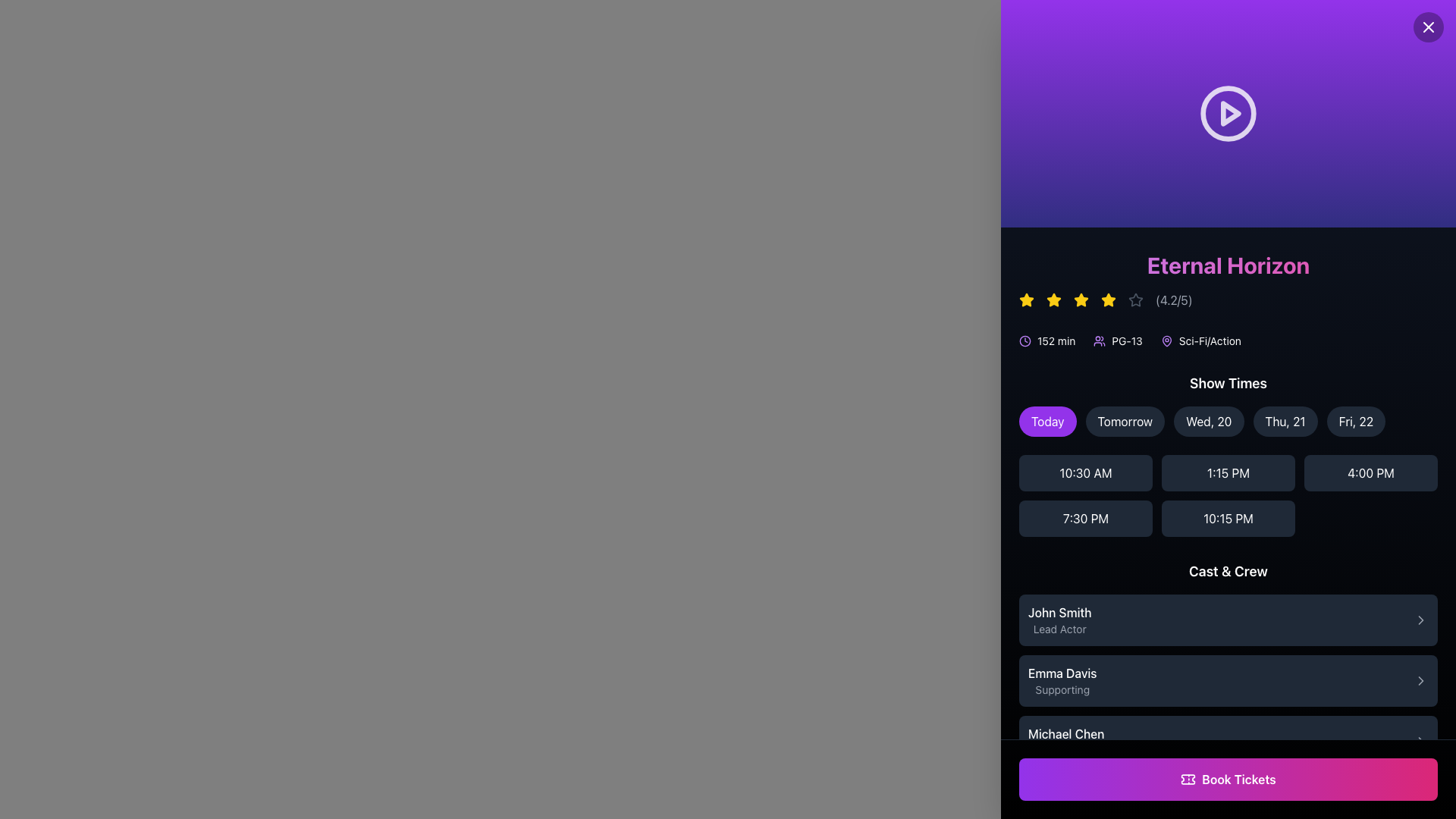 This screenshot has width=1456, height=819. What do you see at coordinates (1118, 341) in the screenshot?
I see `the informative label displaying the movie rating 'PG-13', which is the second element in the group that includes movie duration and genre` at bounding box center [1118, 341].